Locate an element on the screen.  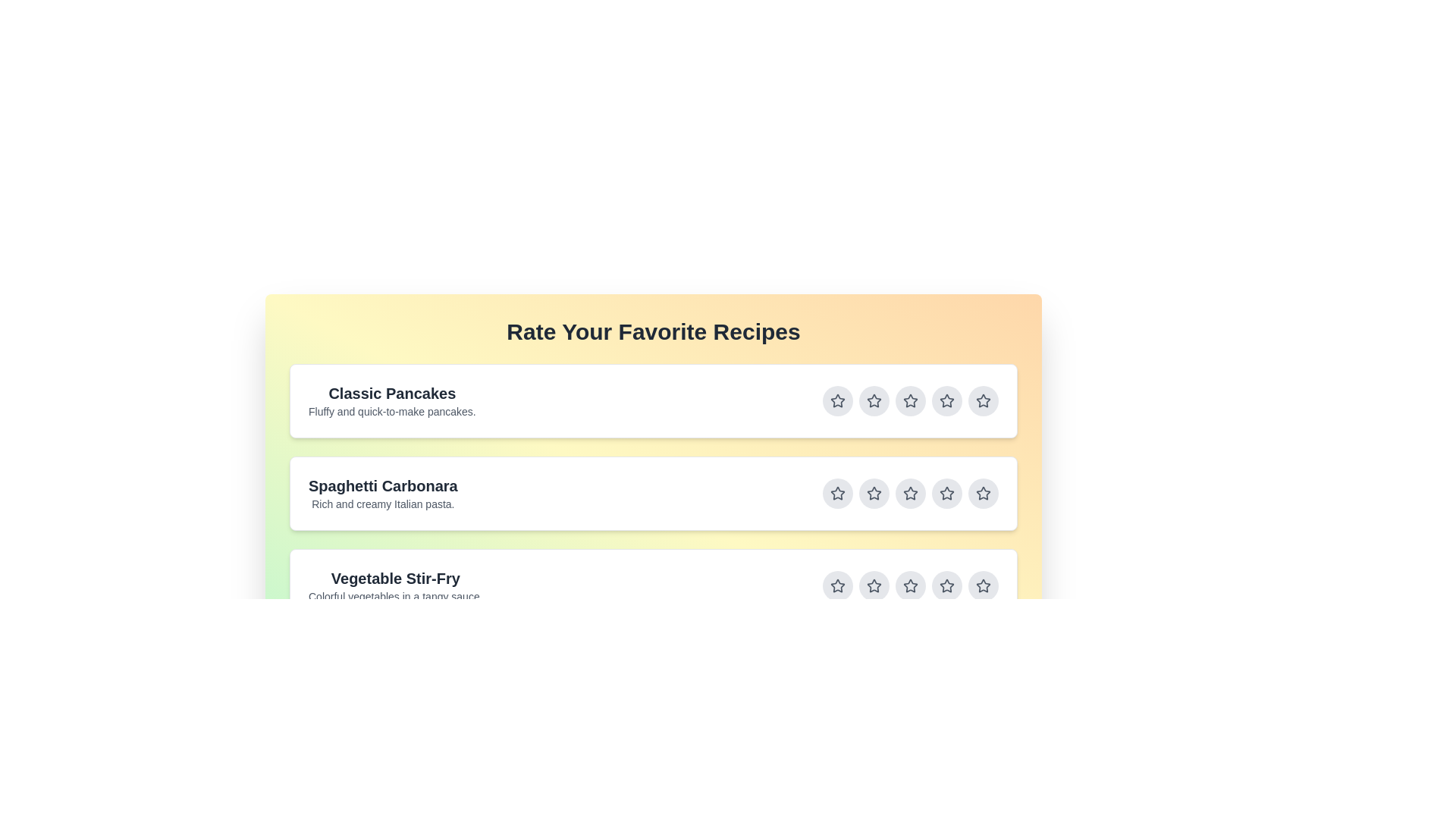
the star button for rating 1 of the recipe Spaghetti Carbonara is located at coordinates (836, 494).